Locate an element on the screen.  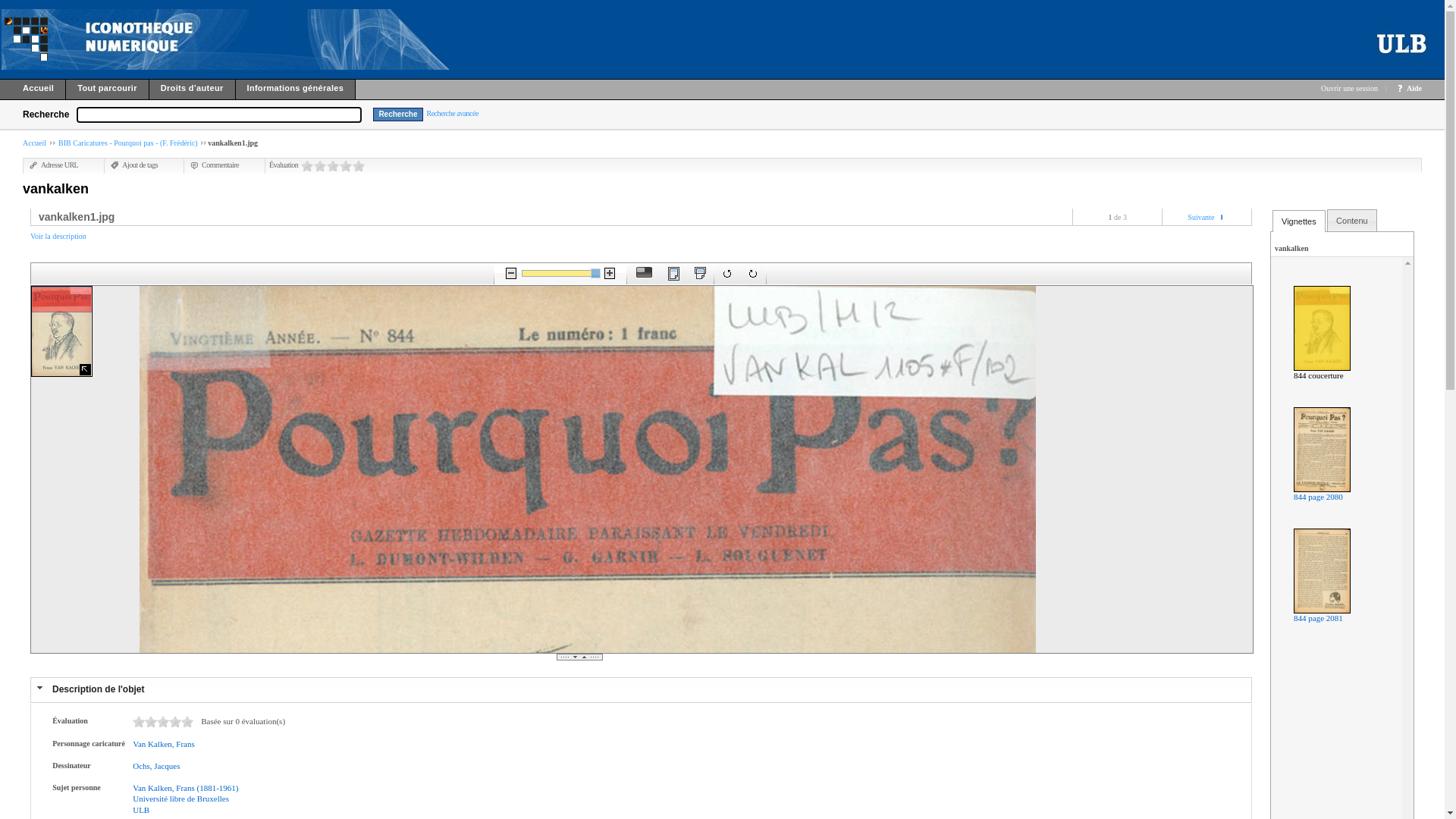
'Pivoter vers la droite' is located at coordinates (753, 274).